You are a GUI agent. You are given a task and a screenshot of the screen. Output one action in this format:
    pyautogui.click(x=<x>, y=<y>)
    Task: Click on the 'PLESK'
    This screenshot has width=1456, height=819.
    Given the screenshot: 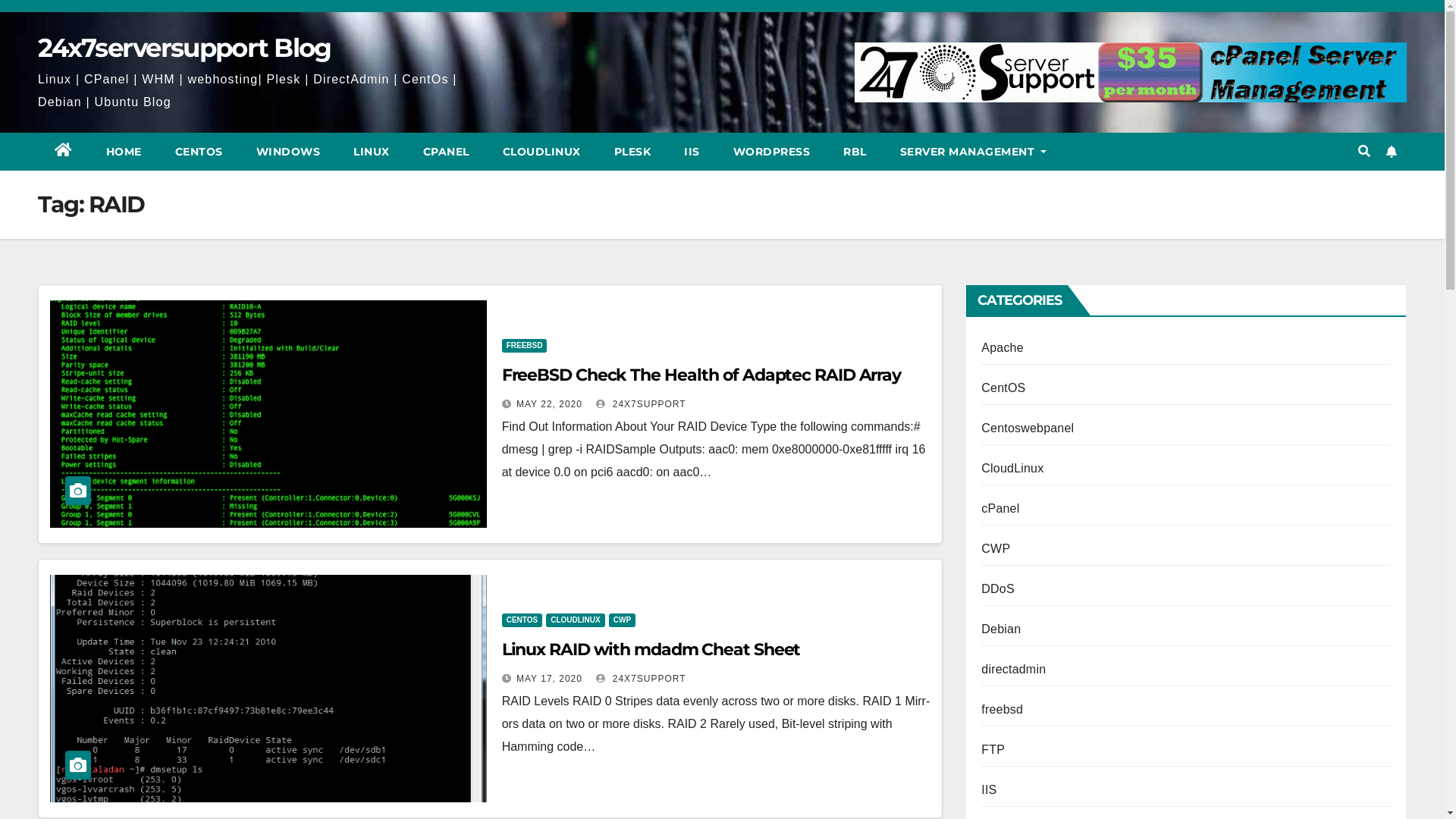 What is the action you would take?
    pyautogui.click(x=632, y=152)
    